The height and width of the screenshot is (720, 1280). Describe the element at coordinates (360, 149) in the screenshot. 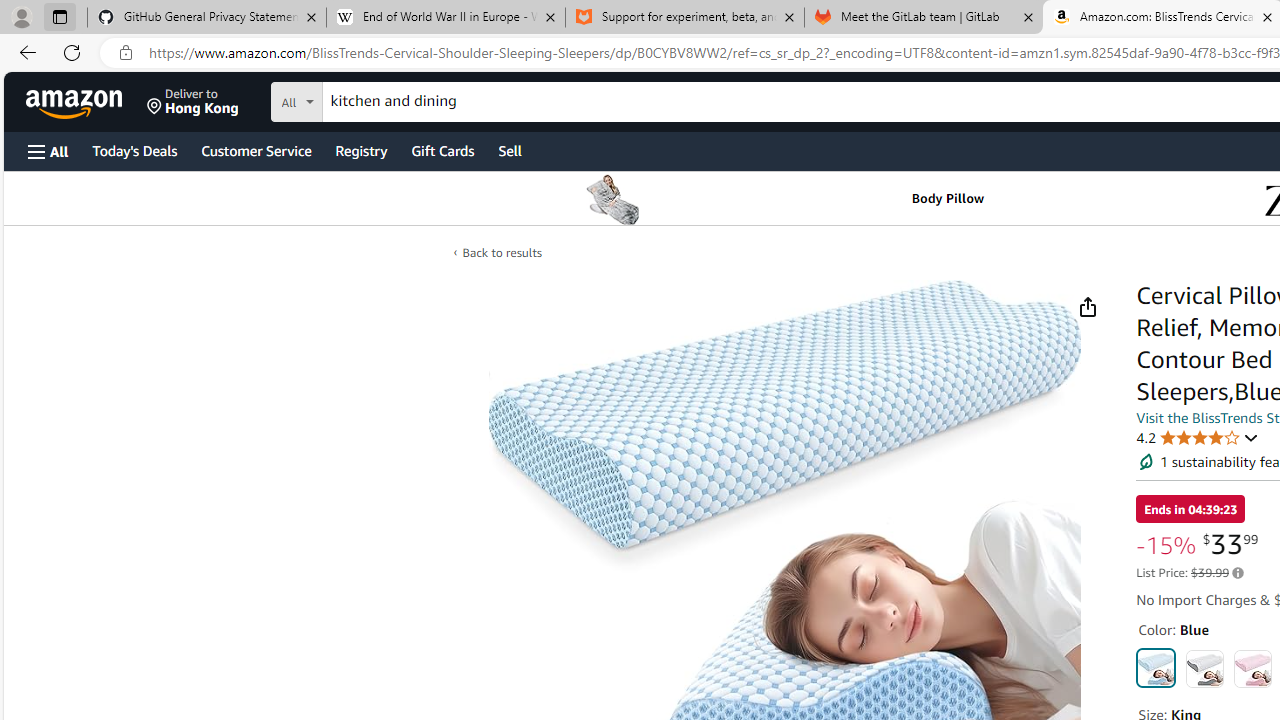

I see `'Registry'` at that location.